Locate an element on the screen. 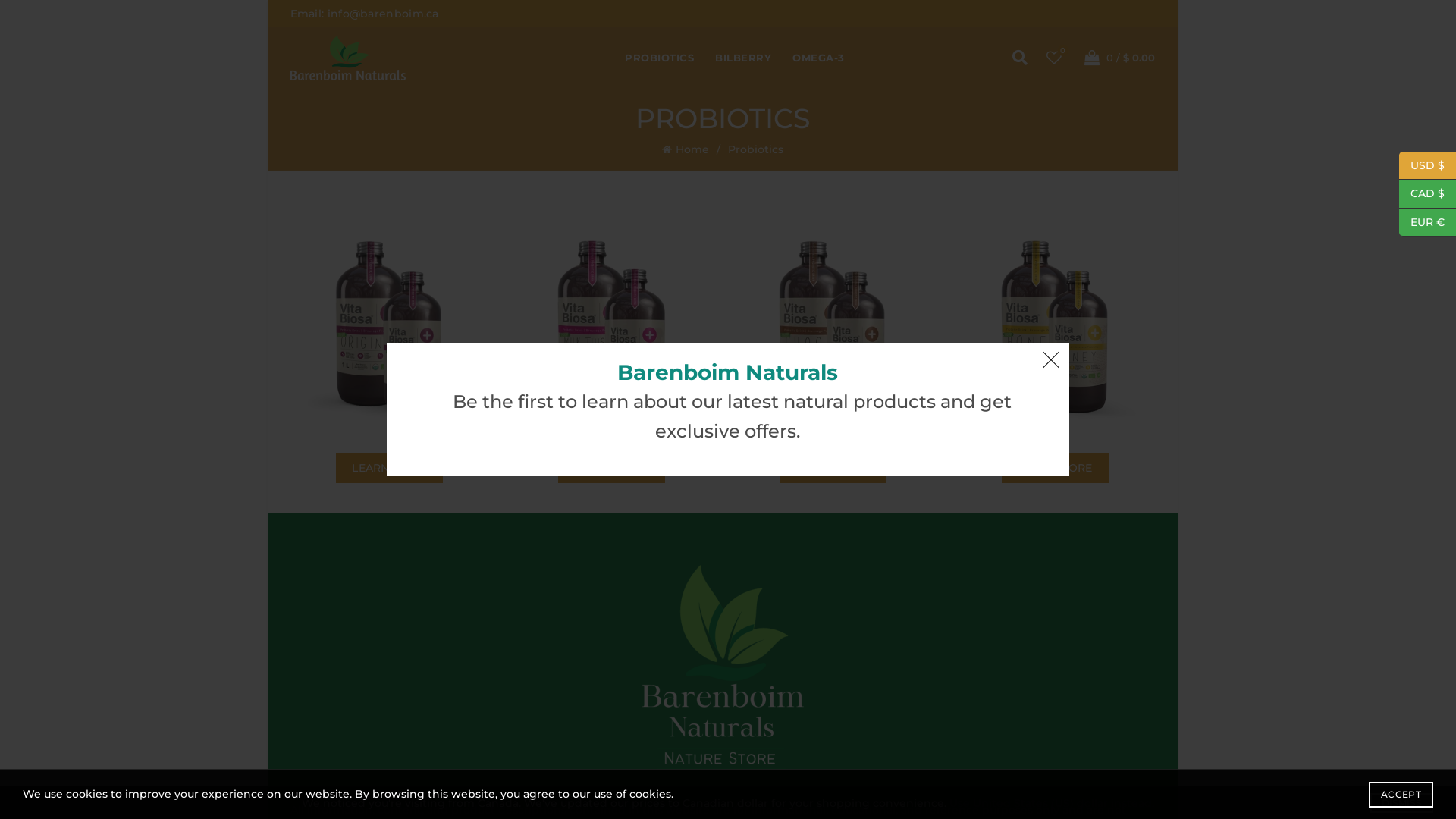  'PROBIOTICS' is located at coordinates (615, 57).